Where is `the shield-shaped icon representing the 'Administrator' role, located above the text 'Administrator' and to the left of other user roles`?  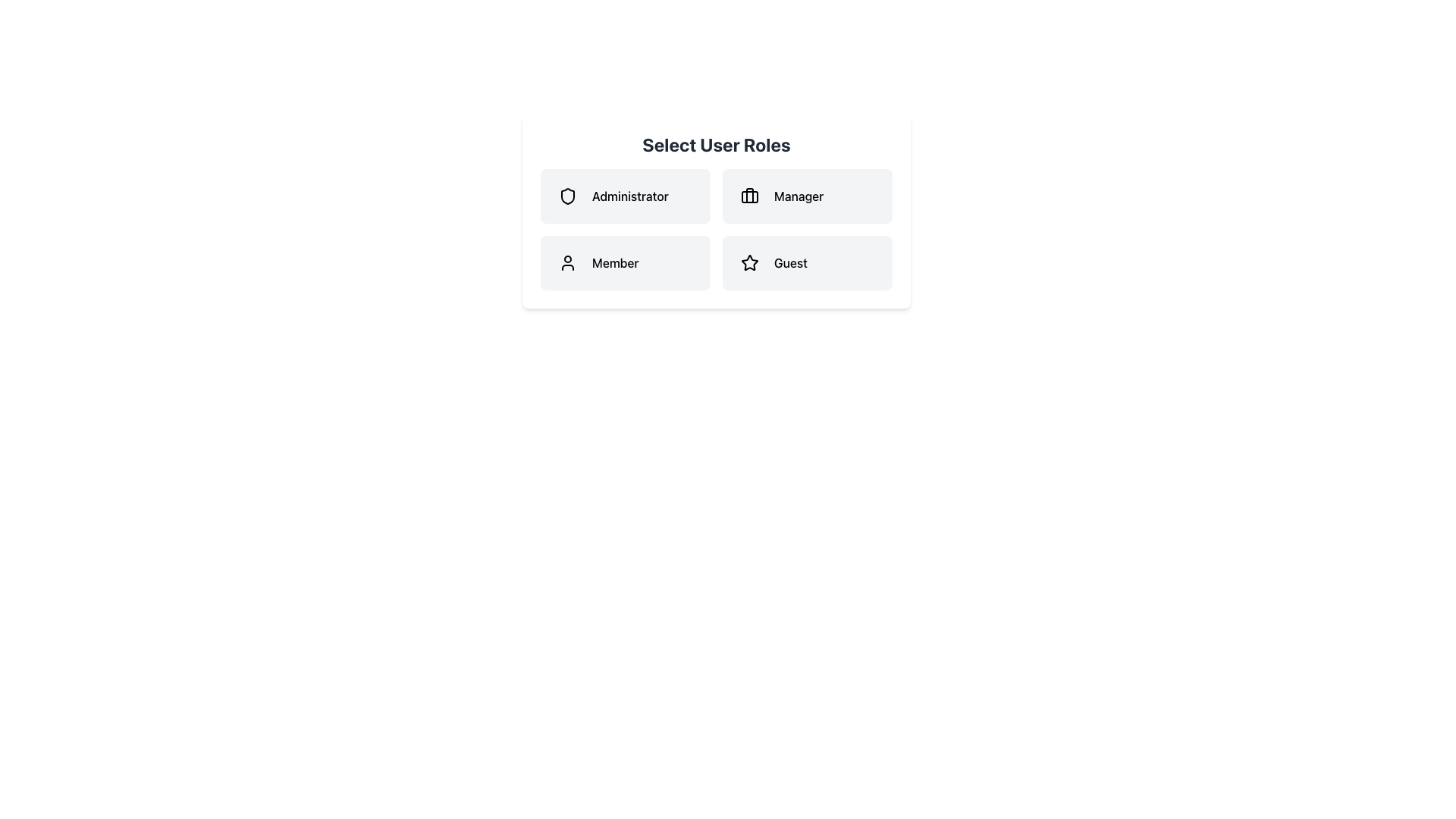 the shield-shaped icon representing the 'Administrator' role, located above the text 'Administrator' and to the left of other user roles is located at coordinates (566, 195).